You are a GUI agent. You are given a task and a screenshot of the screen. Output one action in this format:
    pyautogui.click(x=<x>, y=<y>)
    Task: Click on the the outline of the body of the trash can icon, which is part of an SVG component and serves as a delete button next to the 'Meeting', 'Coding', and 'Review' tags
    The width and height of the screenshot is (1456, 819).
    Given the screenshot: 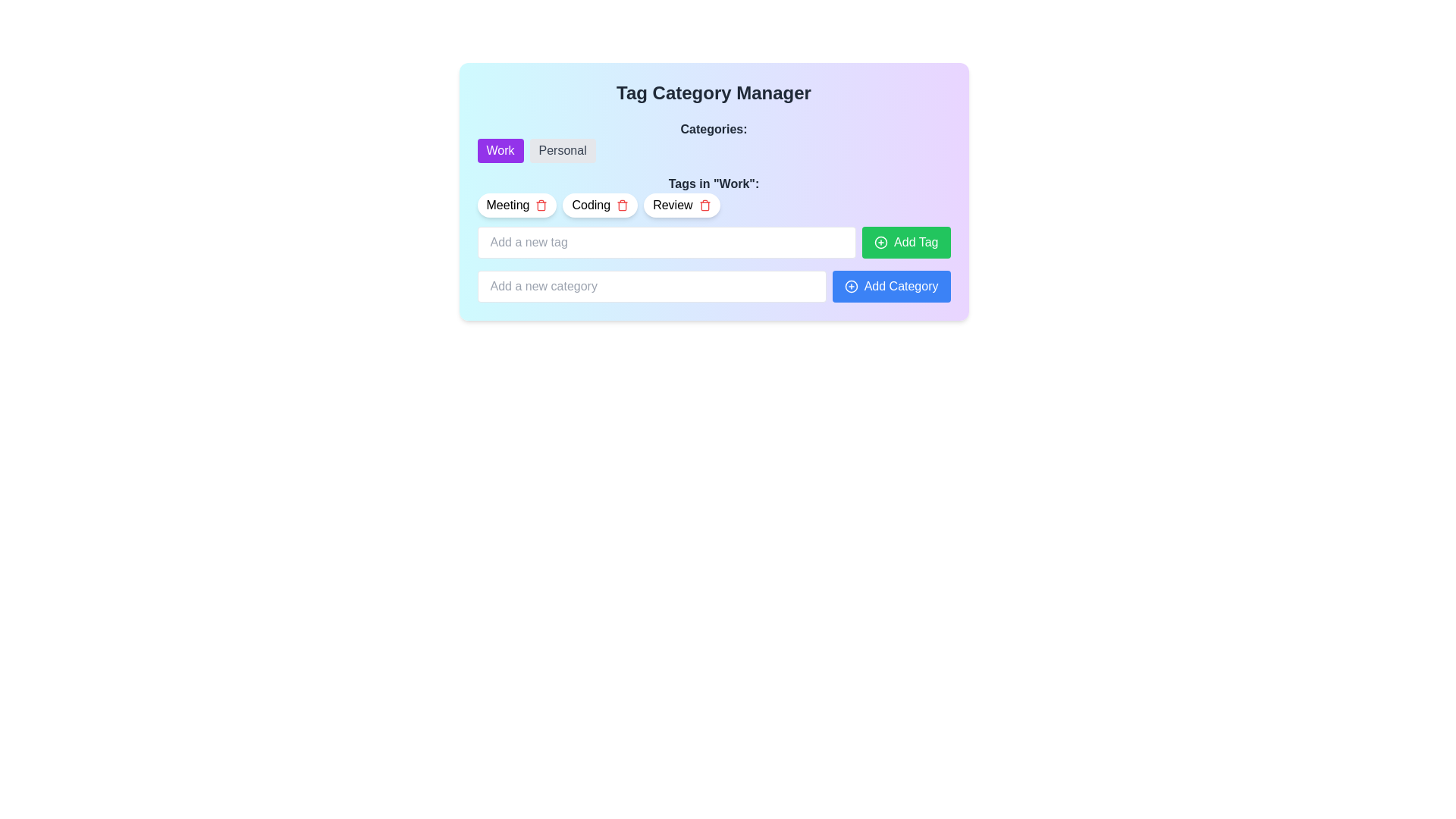 What is the action you would take?
    pyautogui.click(x=623, y=206)
    